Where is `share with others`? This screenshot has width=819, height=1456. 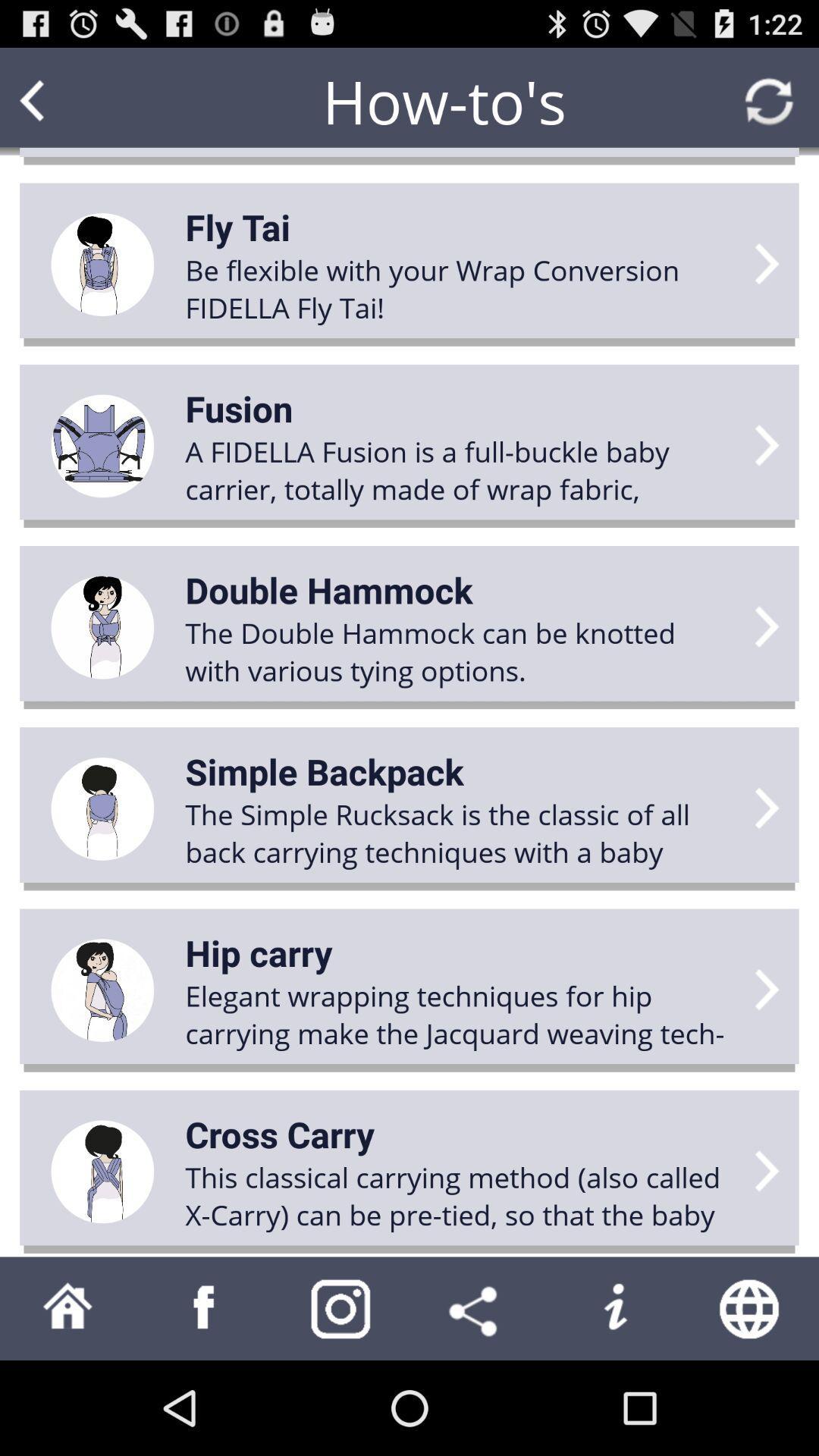 share with others is located at coordinates (476, 1307).